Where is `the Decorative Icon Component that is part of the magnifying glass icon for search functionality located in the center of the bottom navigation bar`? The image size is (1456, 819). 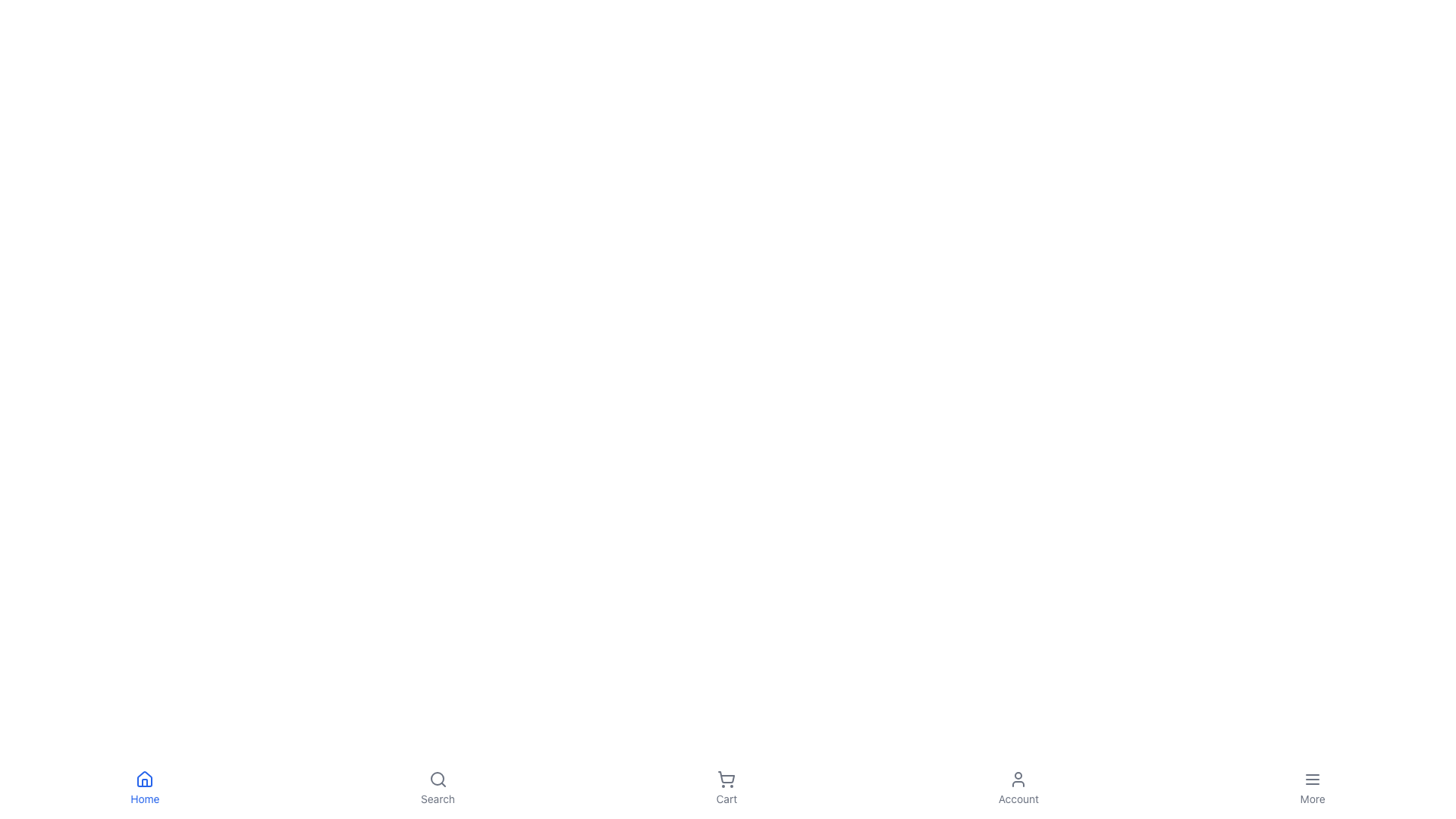 the Decorative Icon Component that is part of the magnifying glass icon for search functionality located in the center of the bottom navigation bar is located at coordinates (436, 778).